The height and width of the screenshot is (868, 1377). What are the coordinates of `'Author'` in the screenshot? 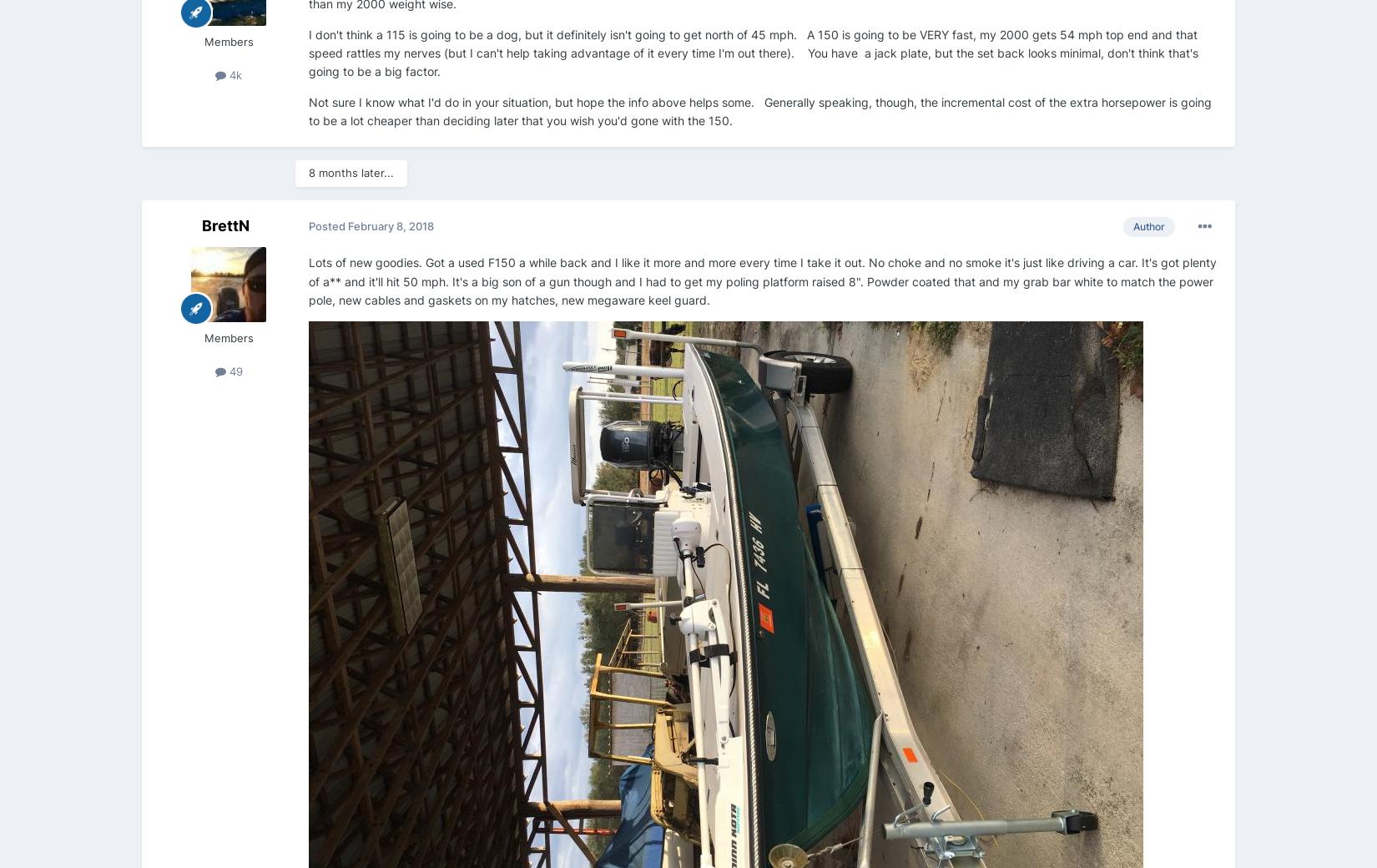 It's located at (1147, 225).